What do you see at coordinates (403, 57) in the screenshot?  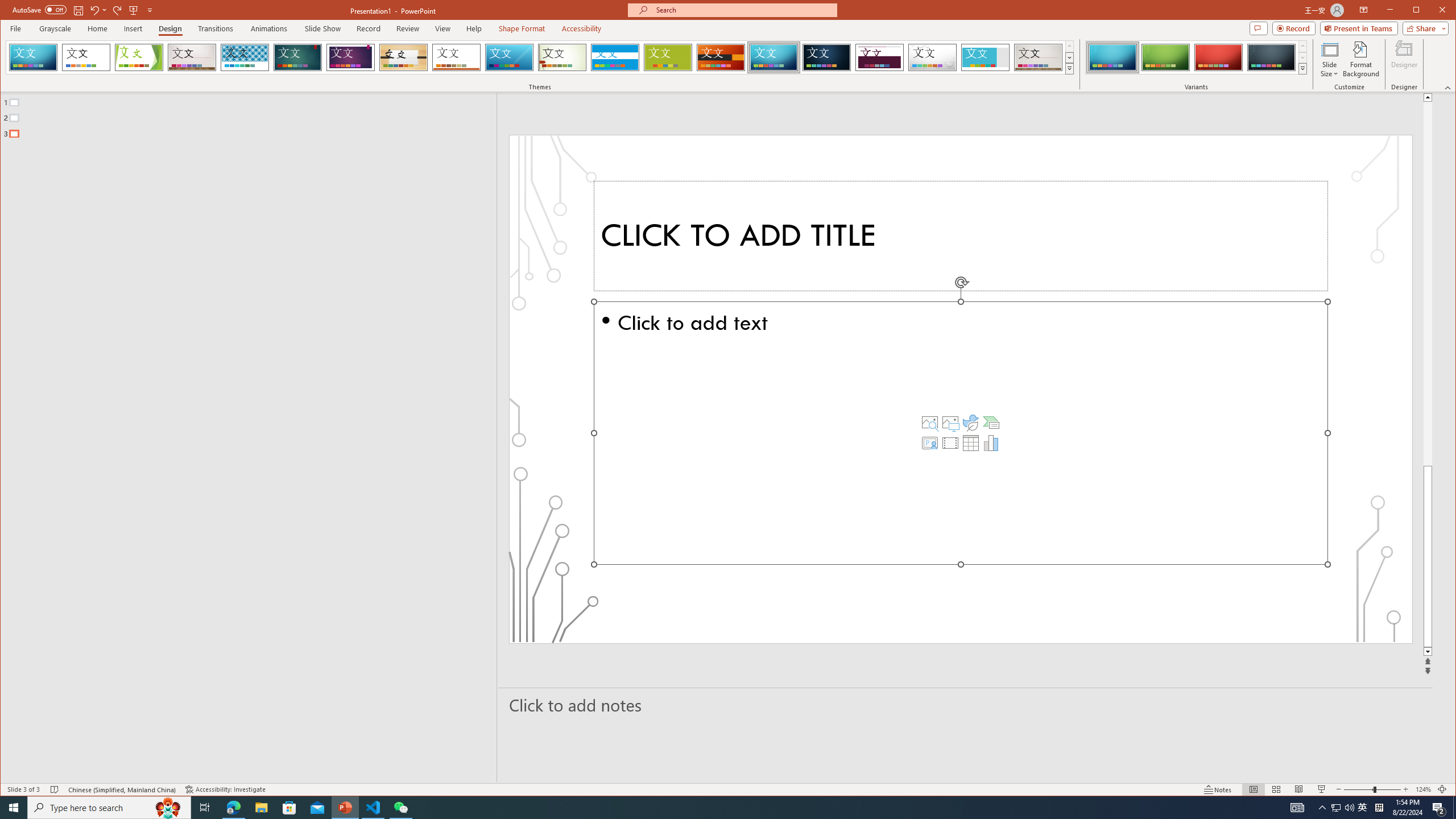 I see `'Organic'` at bounding box center [403, 57].